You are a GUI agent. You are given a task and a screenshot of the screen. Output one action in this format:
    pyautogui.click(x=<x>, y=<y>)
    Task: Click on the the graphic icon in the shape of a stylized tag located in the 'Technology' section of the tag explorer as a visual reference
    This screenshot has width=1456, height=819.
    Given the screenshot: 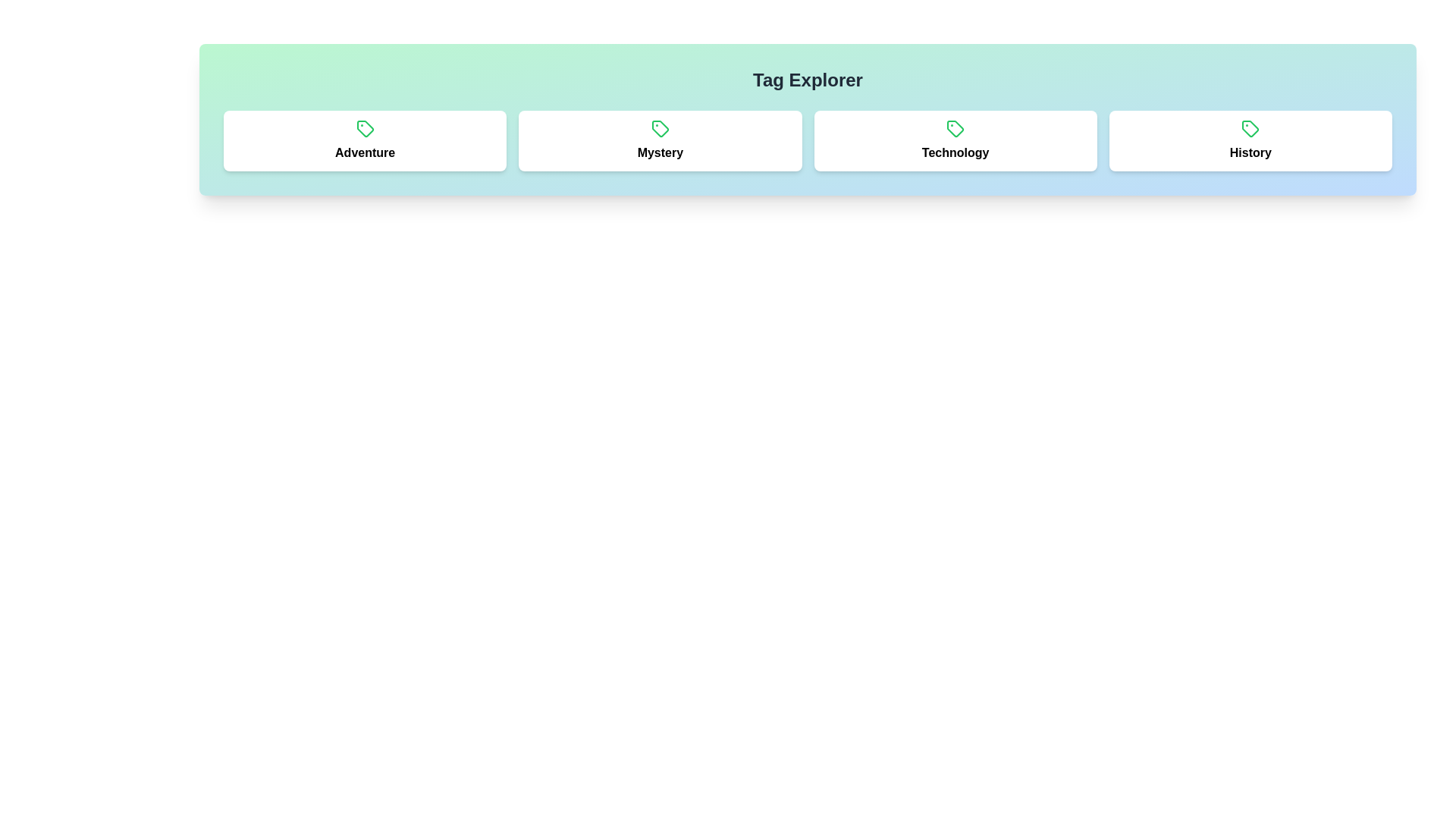 What is the action you would take?
    pyautogui.click(x=955, y=127)
    